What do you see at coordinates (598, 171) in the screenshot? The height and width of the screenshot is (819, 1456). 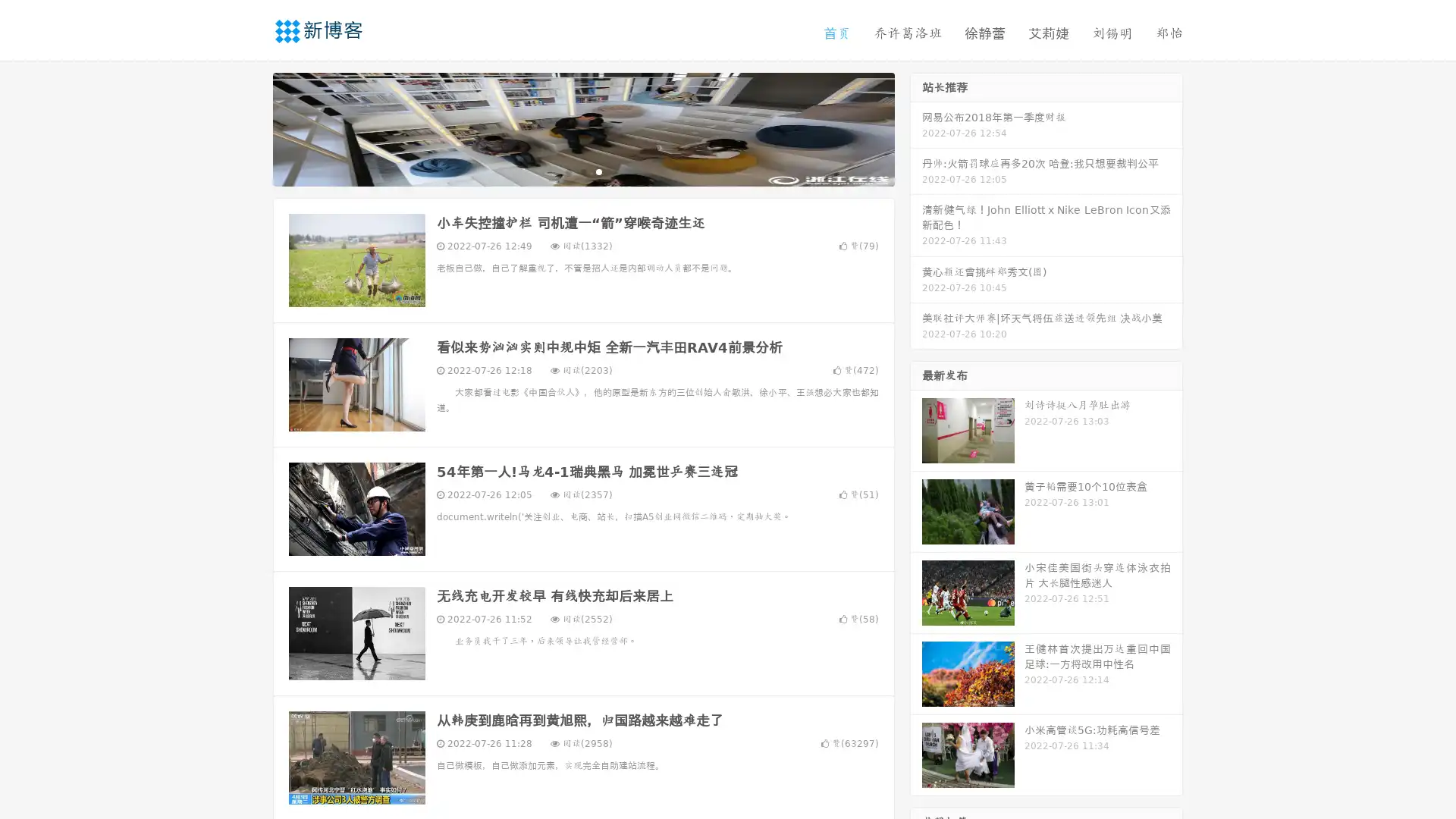 I see `Go to slide 3` at bounding box center [598, 171].